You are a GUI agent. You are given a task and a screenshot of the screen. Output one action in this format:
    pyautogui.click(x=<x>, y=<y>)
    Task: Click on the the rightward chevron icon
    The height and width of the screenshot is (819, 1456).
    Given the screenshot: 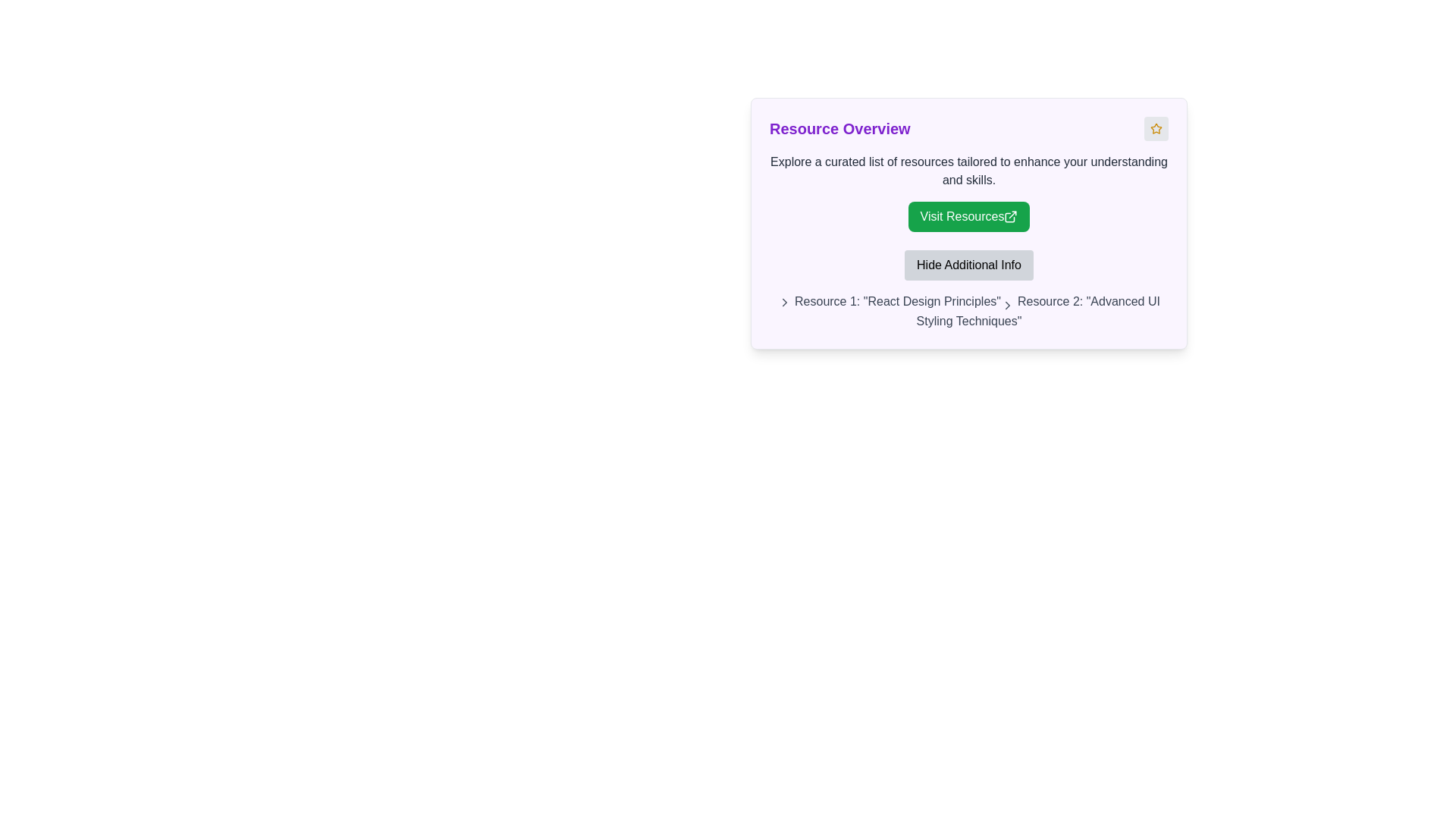 What is the action you would take?
    pyautogui.click(x=1008, y=305)
    